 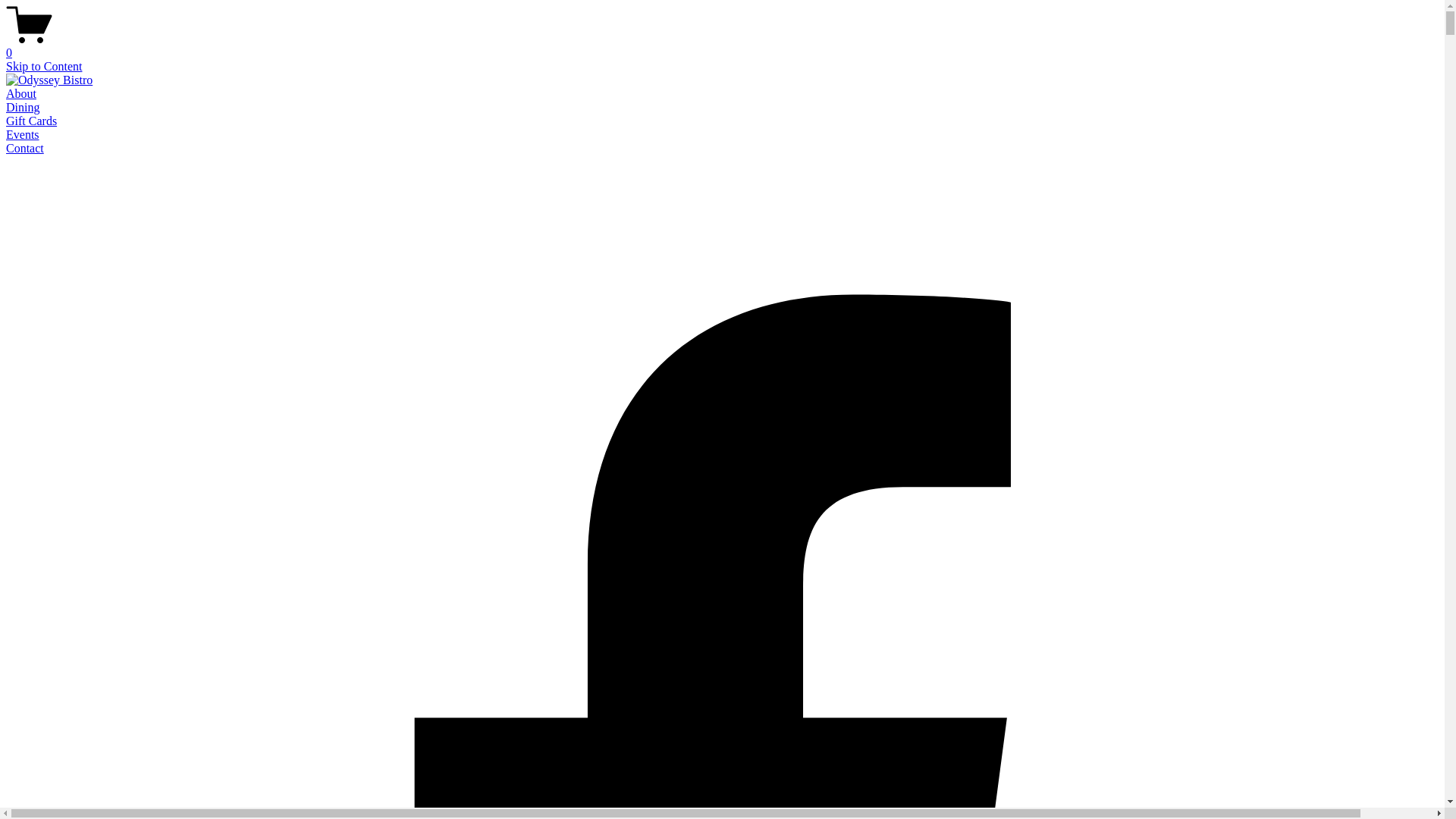 What do you see at coordinates (22, 133) in the screenshot?
I see `'Events'` at bounding box center [22, 133].